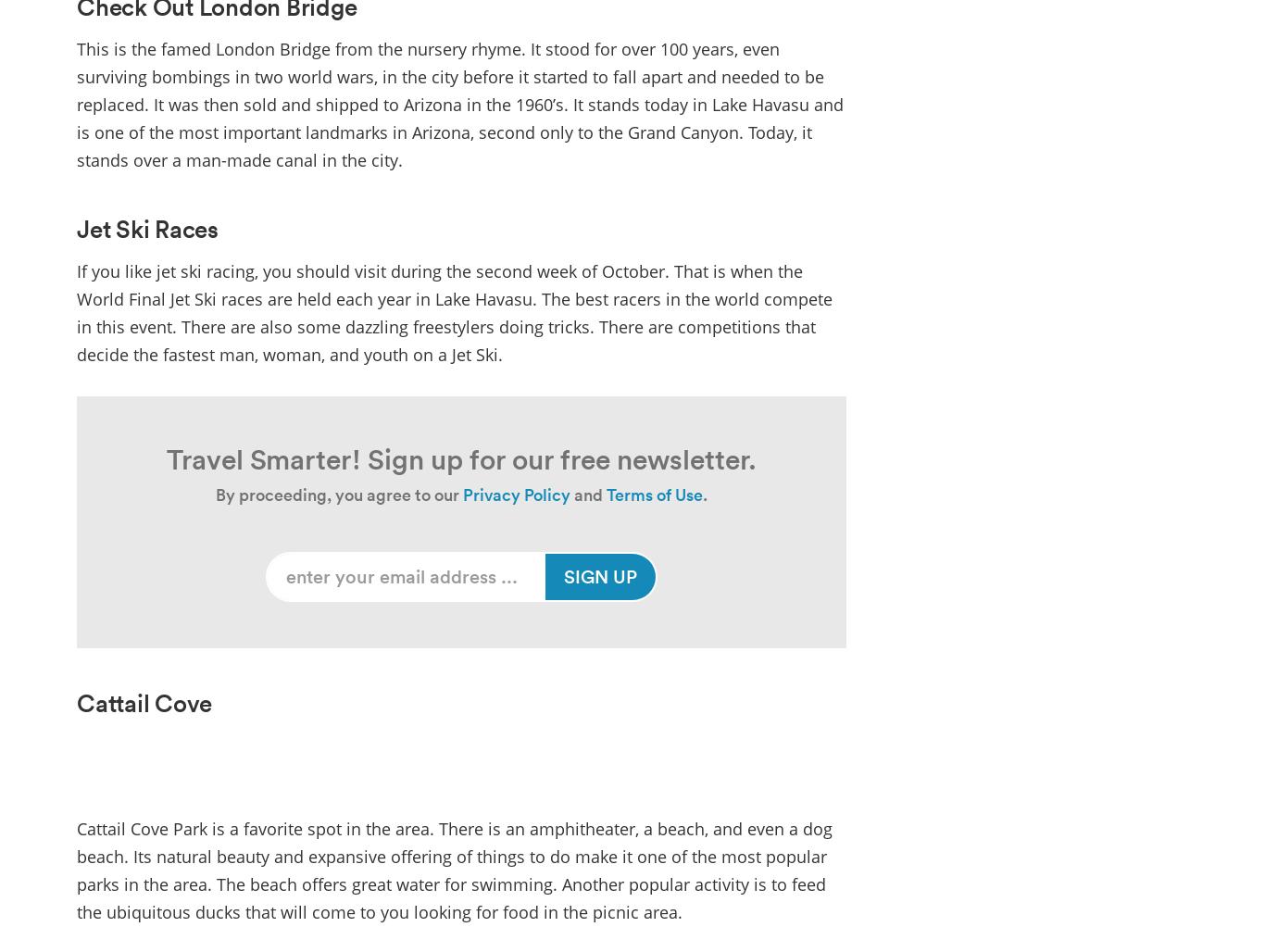  I want to click on 'and', so click(586, 494).